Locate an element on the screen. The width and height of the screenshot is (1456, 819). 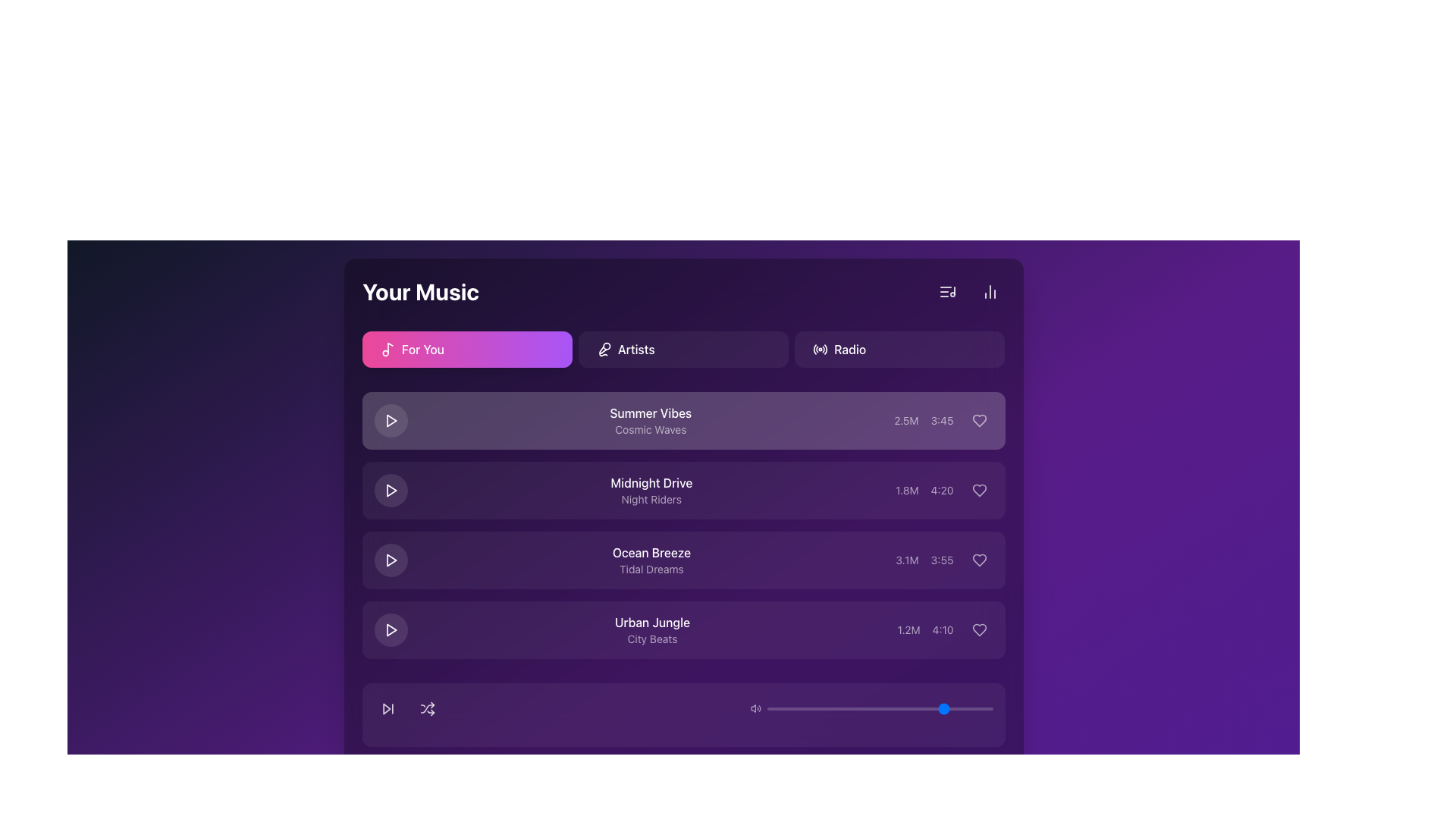
the third item is located at coordinates (682, 560).